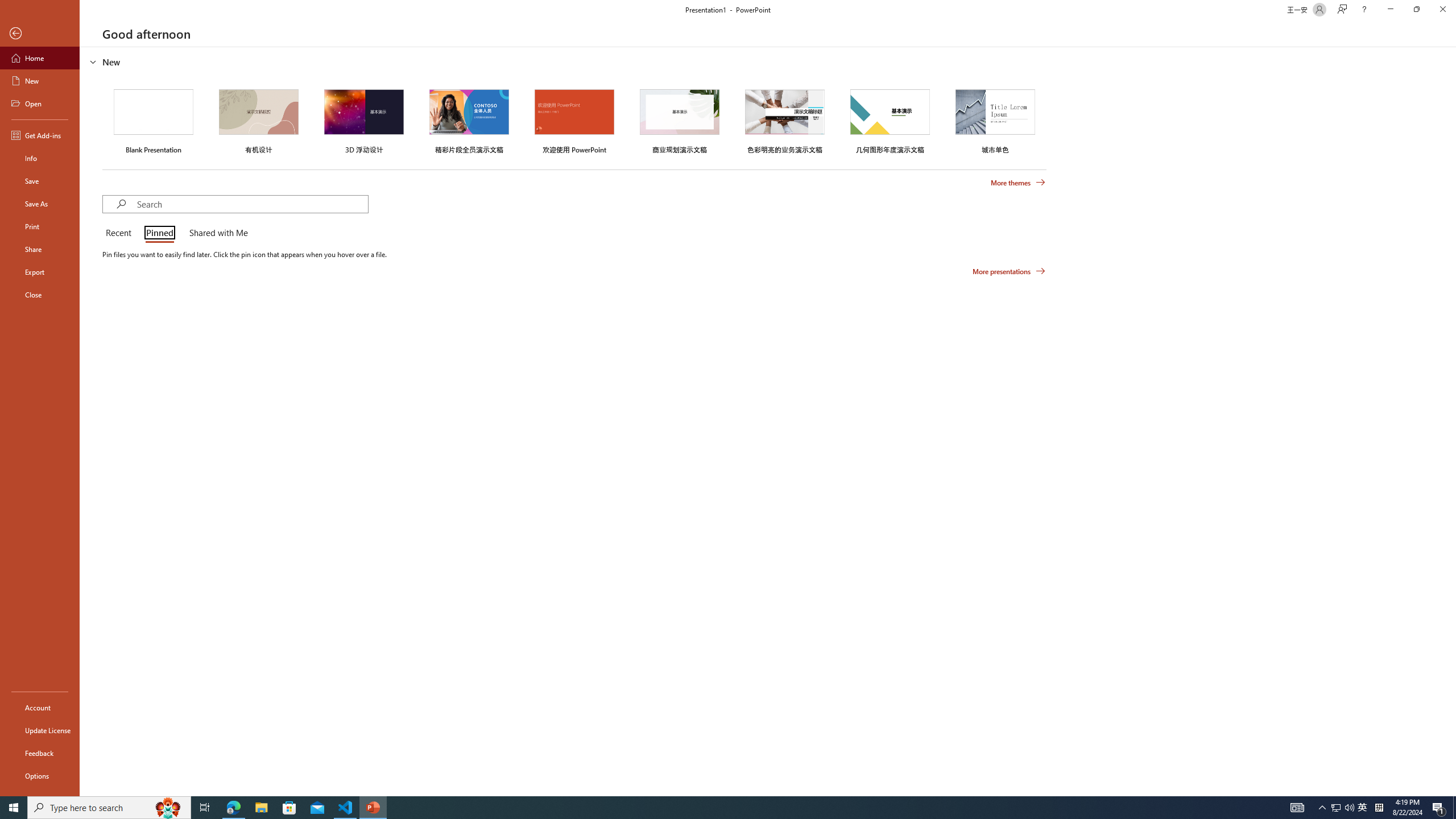 This screenshot has width=1456, height=819. What do you see at coordinates (120, 233) in the screenshot?
I see `'Recent'` at bounding box center [120, 233].